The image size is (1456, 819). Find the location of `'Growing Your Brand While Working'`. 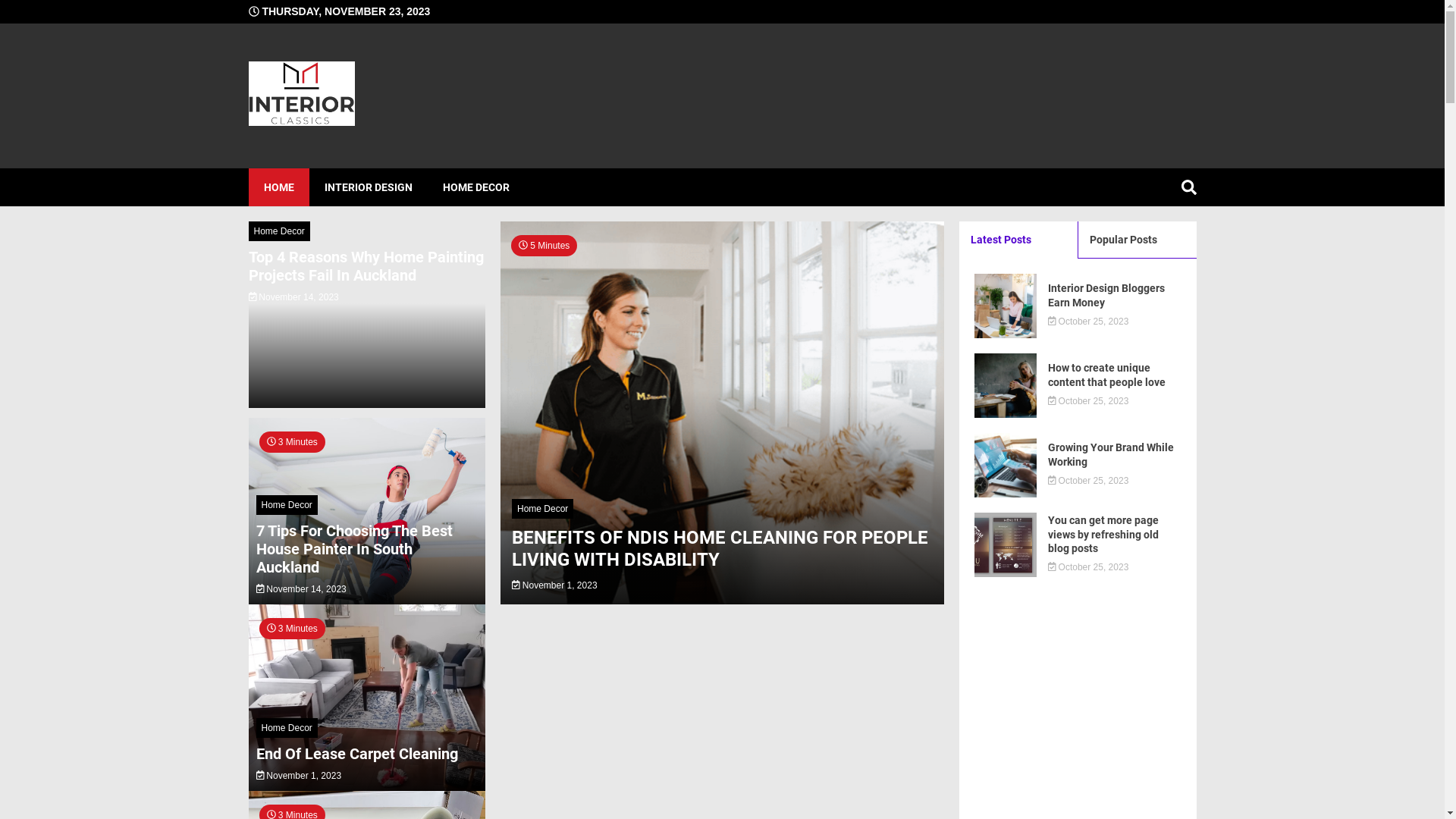

'Growing Your Brand While Working' is located at coordinates (1047, 453).